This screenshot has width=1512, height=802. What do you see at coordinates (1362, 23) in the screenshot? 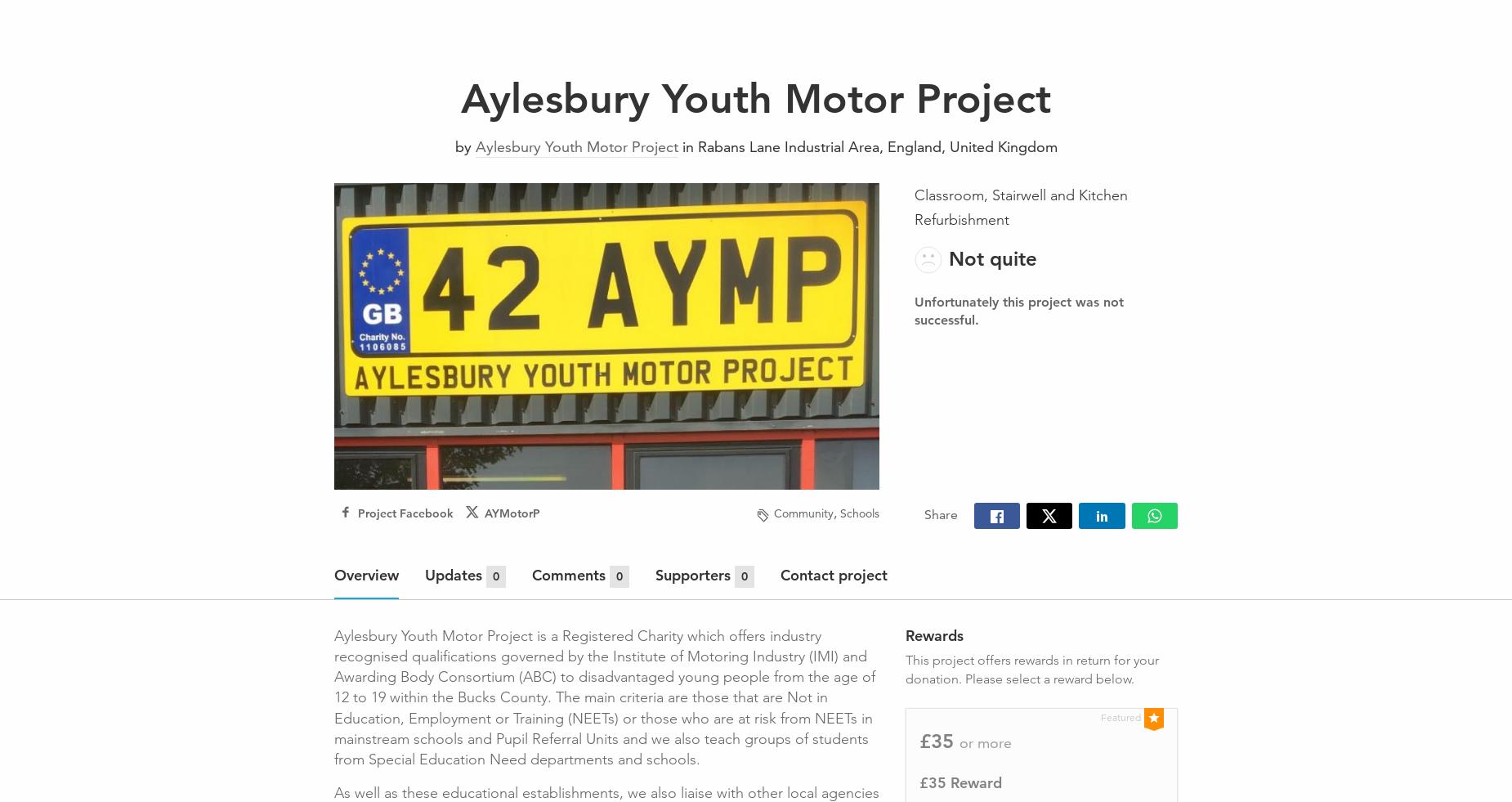
I see `'Start crowdfunding'` at bounding box center [1362, 23].